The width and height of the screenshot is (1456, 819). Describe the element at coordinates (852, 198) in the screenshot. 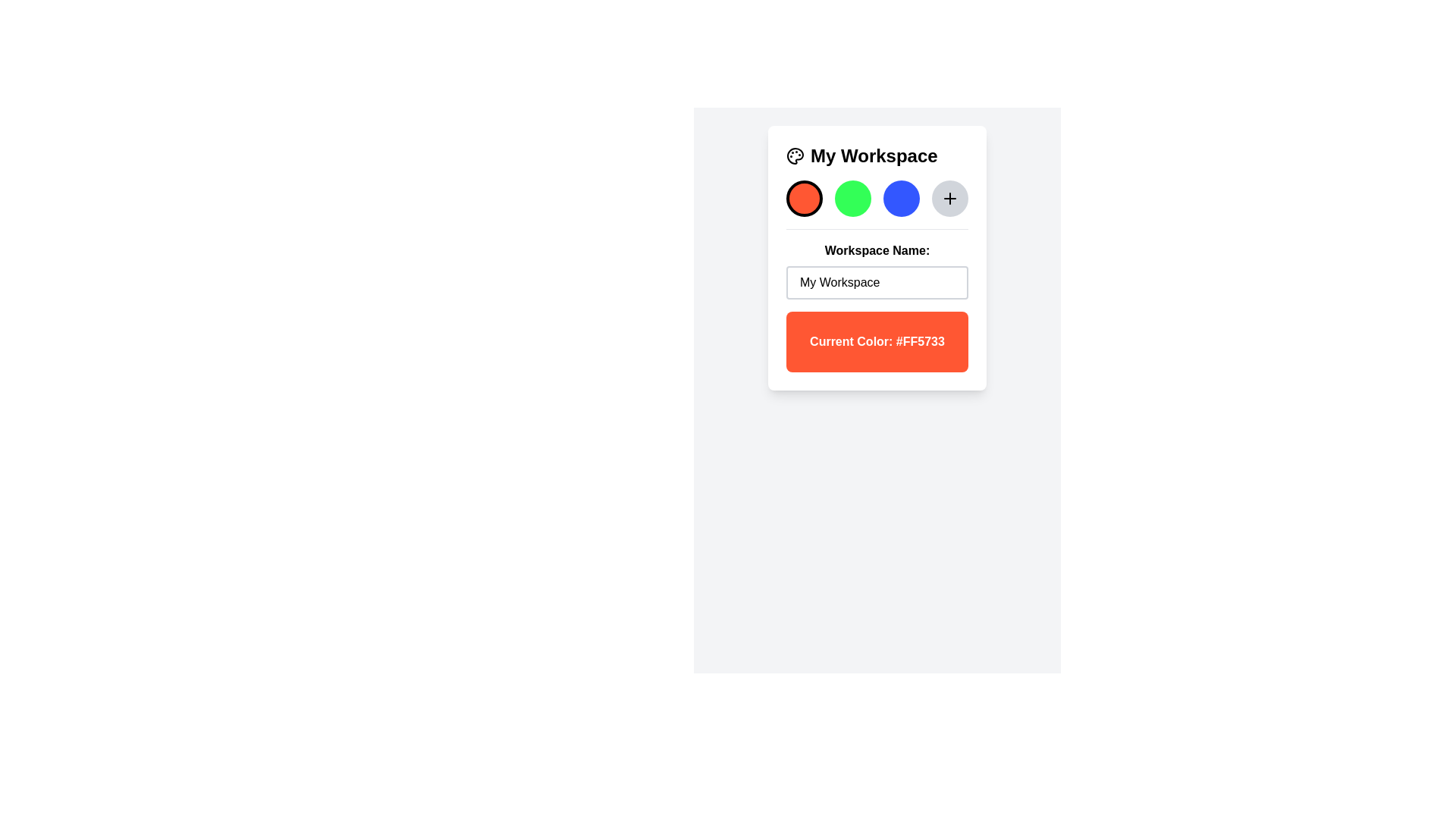

I see `the second circular green button in the row of four buttons aligned horizontally near the top of the interface` at that location.